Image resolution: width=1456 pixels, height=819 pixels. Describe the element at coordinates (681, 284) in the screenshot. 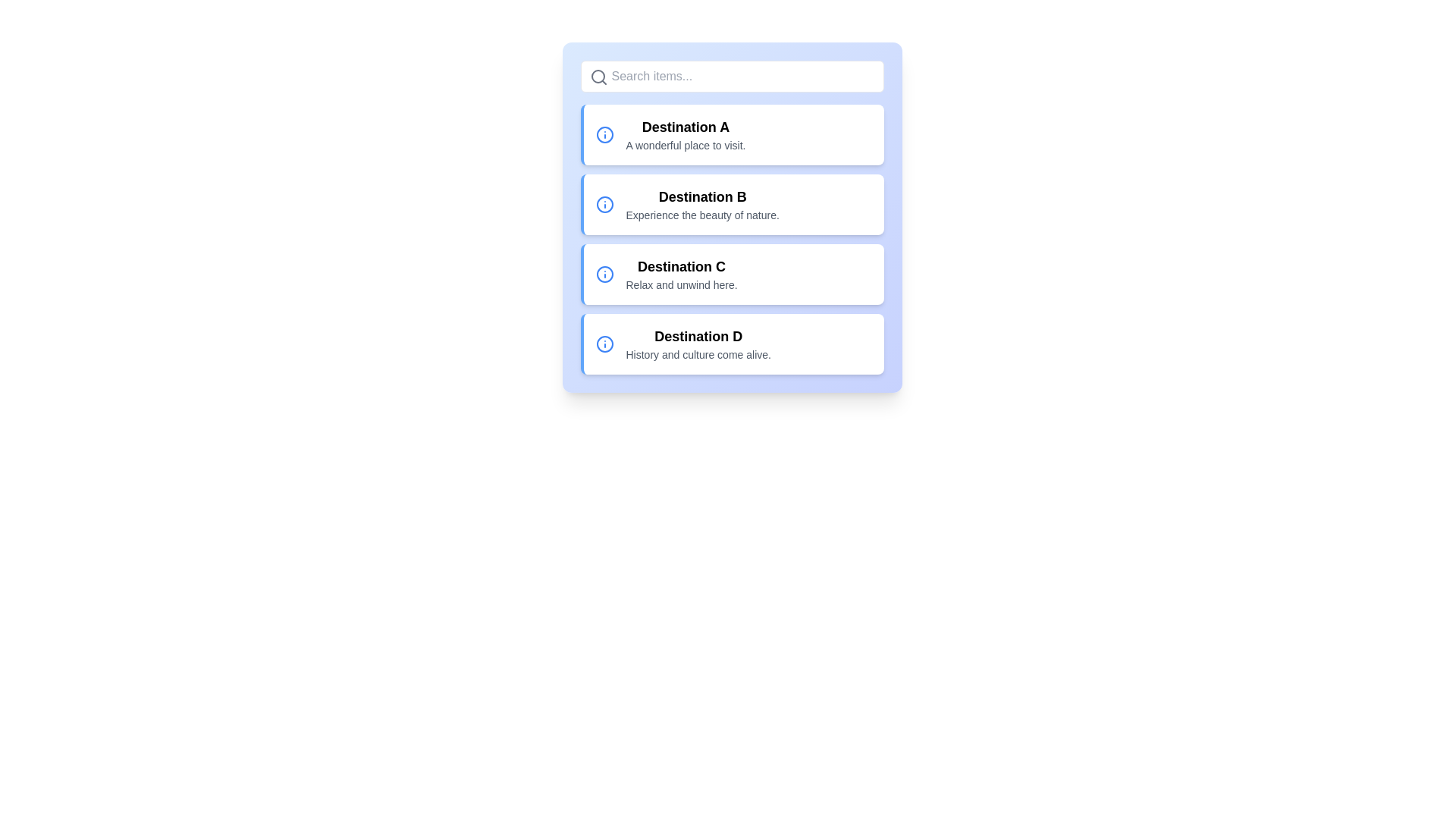

I see `the text component displaying 'Relax and unwind here.' which is located below 'Destination C' in the vertical list of destinations` at that location.